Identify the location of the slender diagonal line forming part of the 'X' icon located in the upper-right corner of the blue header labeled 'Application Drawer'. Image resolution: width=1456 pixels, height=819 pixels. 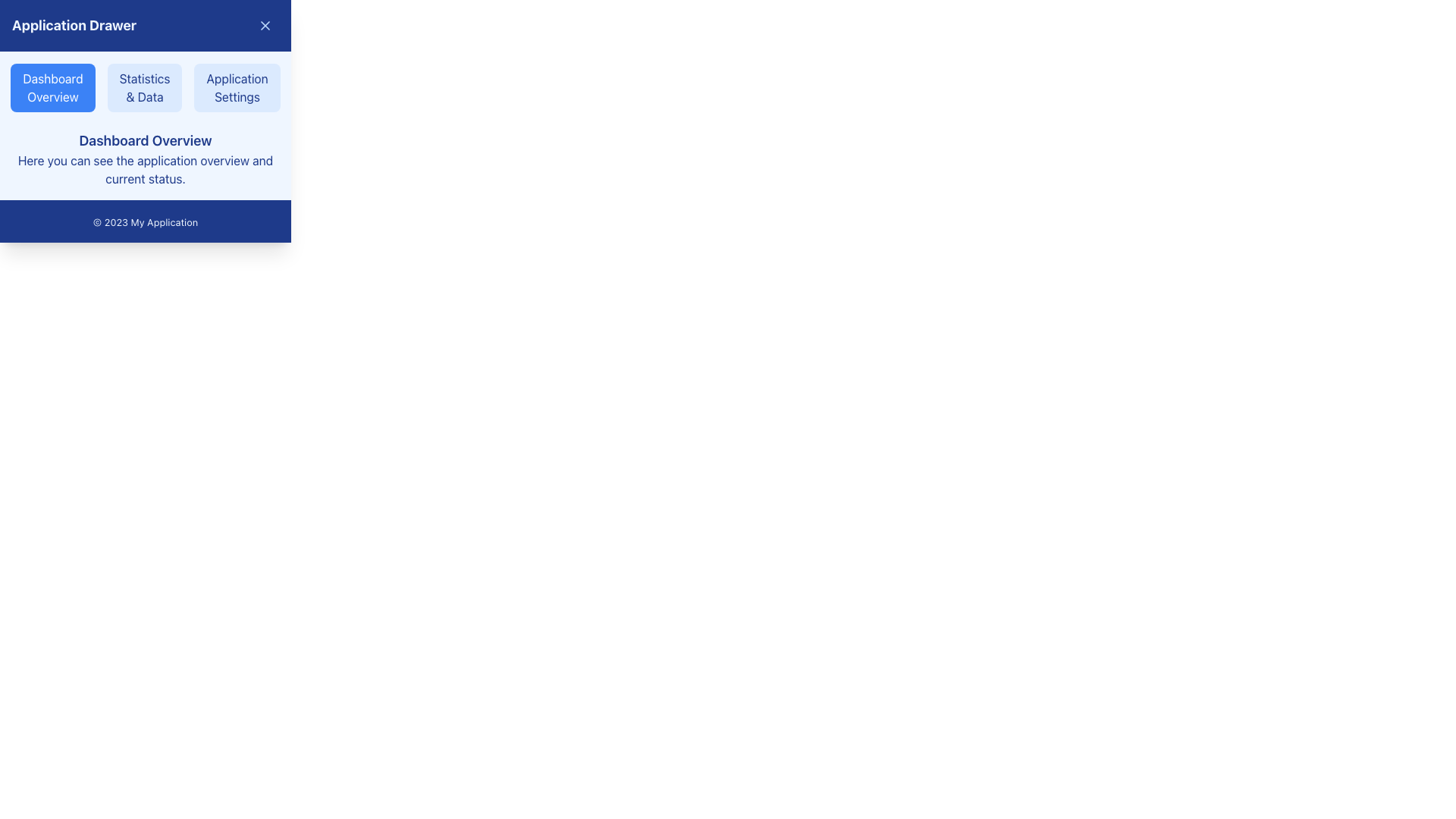
(265, 26).